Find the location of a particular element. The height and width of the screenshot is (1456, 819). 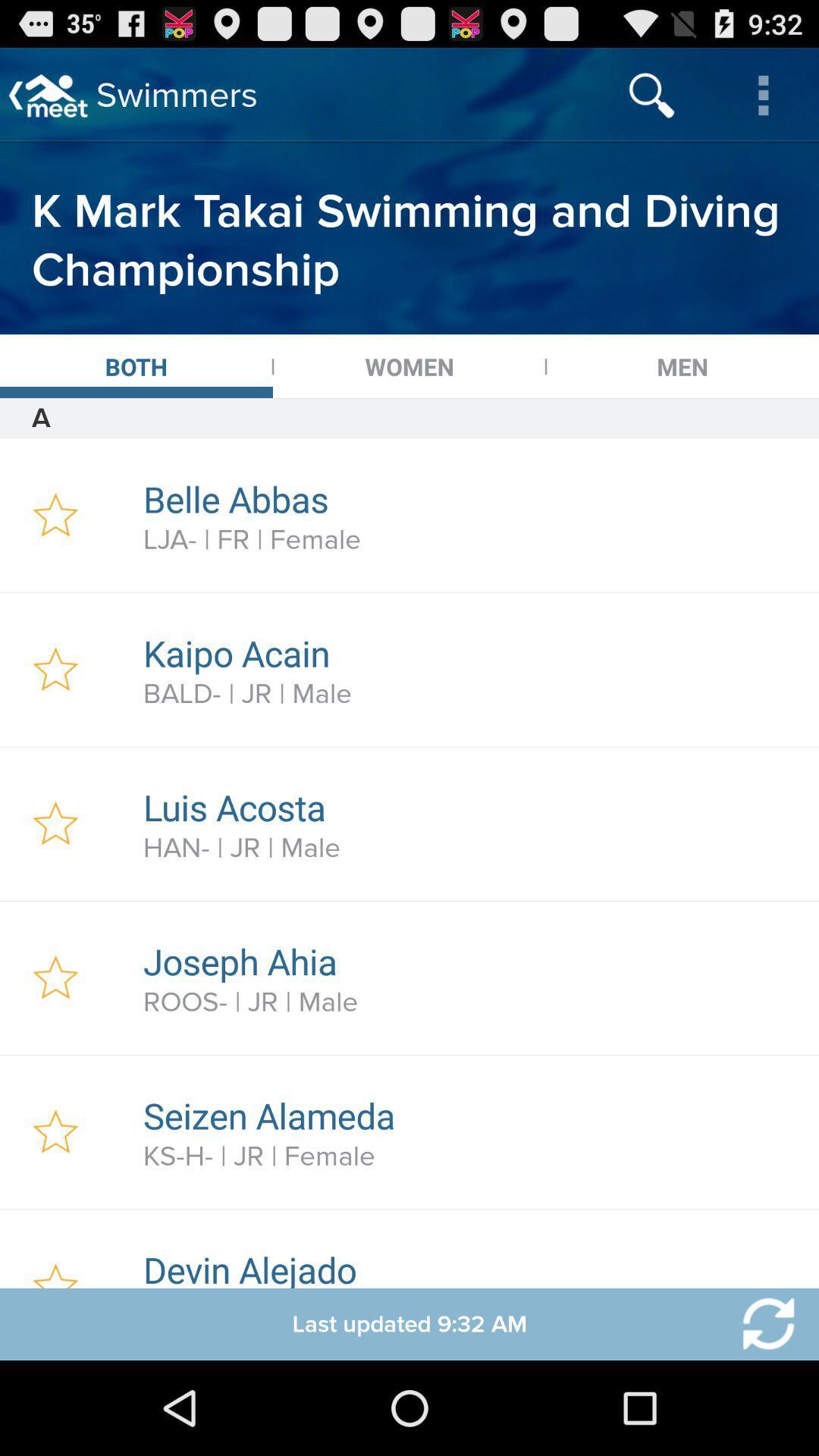

the item to the left of the men is located at coordinates (409, 366).